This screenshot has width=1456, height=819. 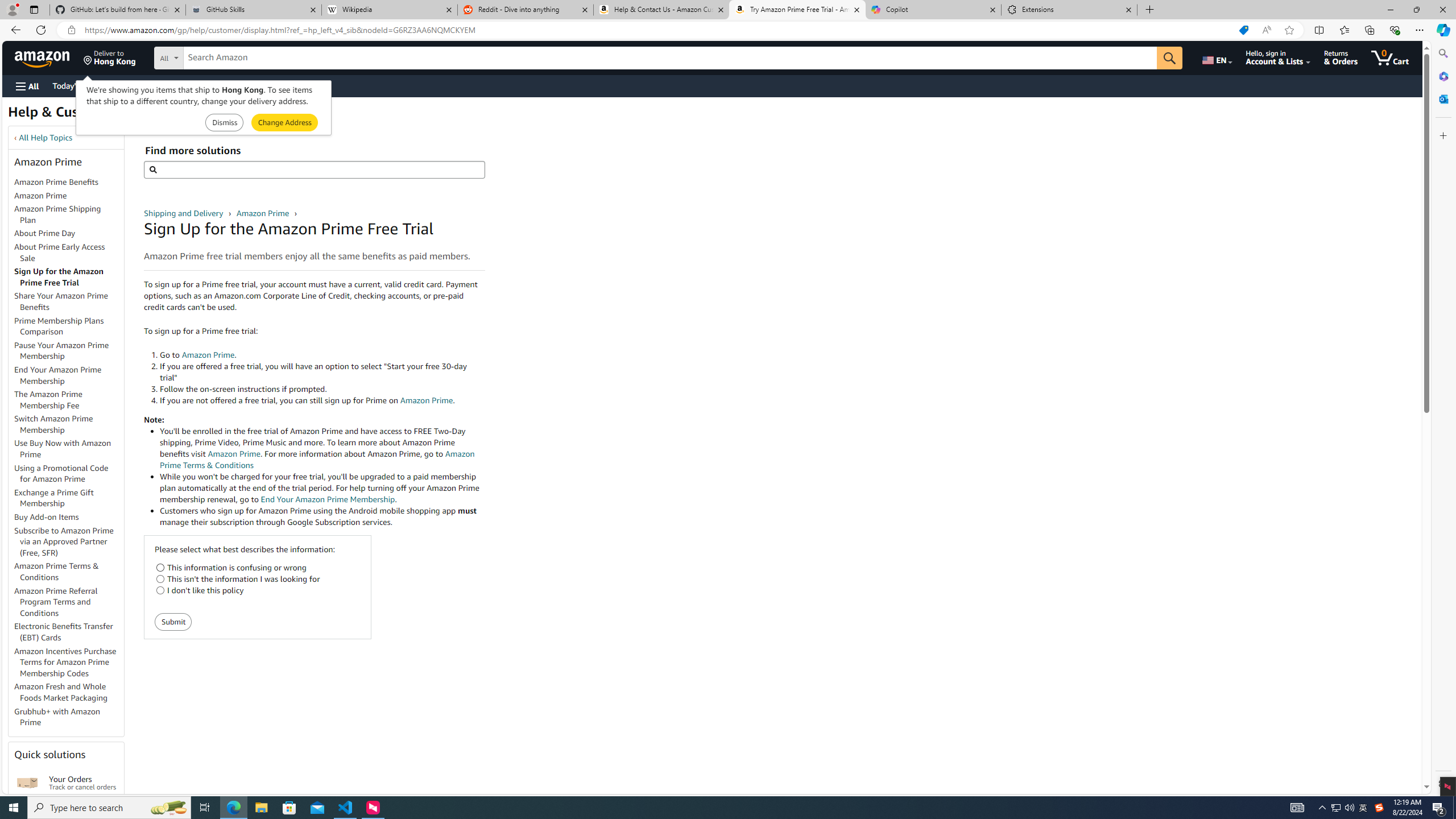 What do you see at coordinates (313, 169) in the screenshot?
I see `'Find more solutions'` at bounding box center [313, 169].